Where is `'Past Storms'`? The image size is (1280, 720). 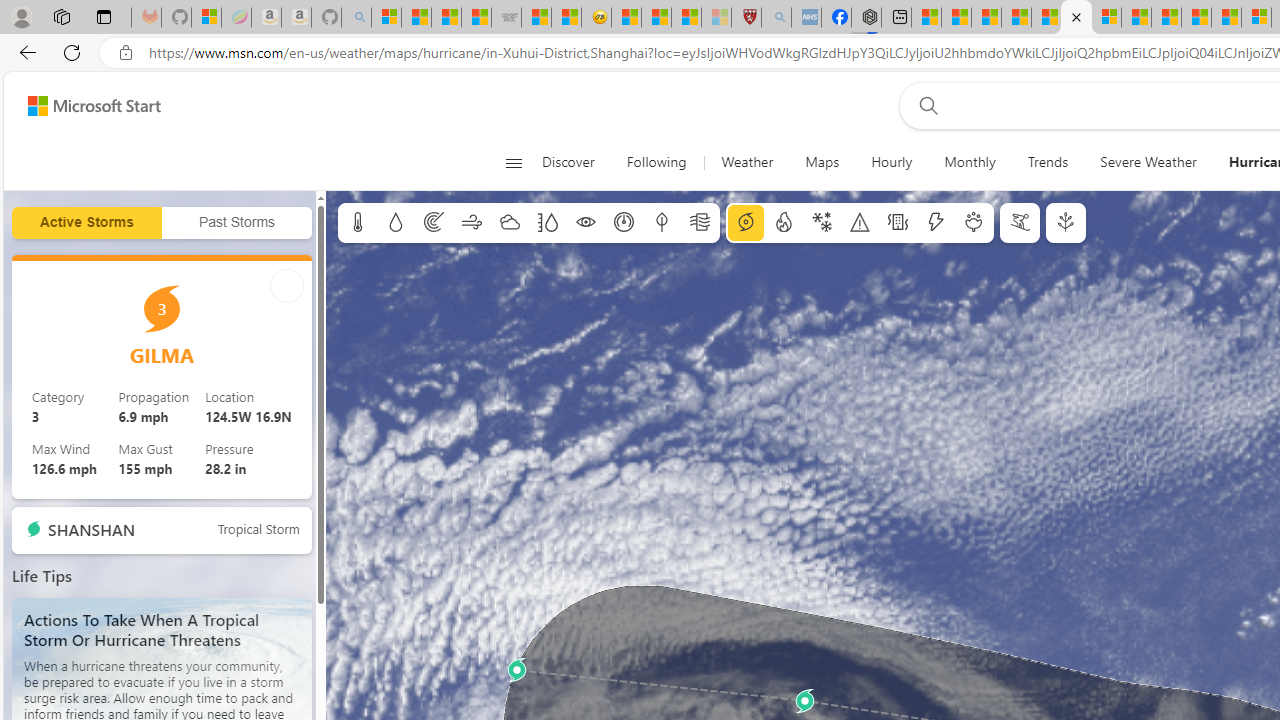 'Past Storms' is located at coordinates (237, 223).